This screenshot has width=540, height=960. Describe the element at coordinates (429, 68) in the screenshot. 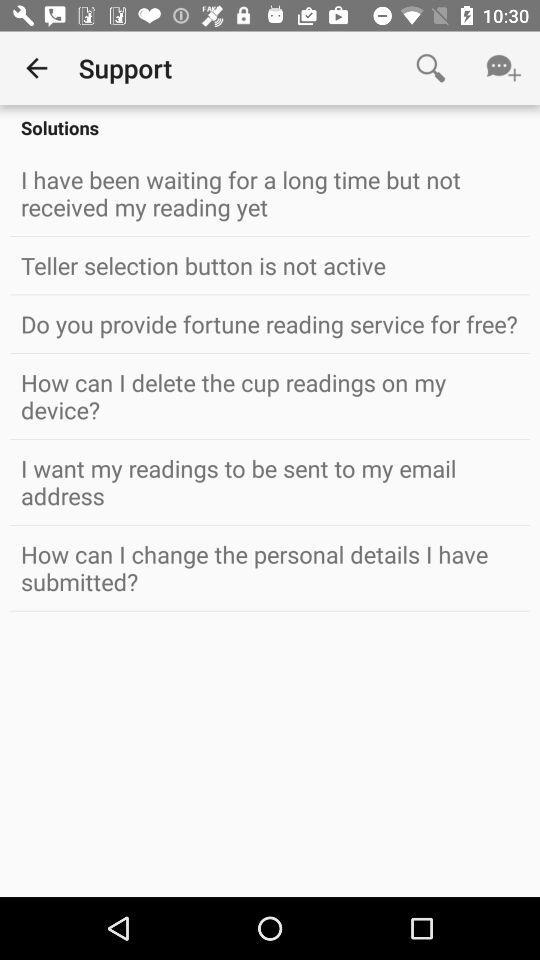

I see `icon above solutions` at that location.